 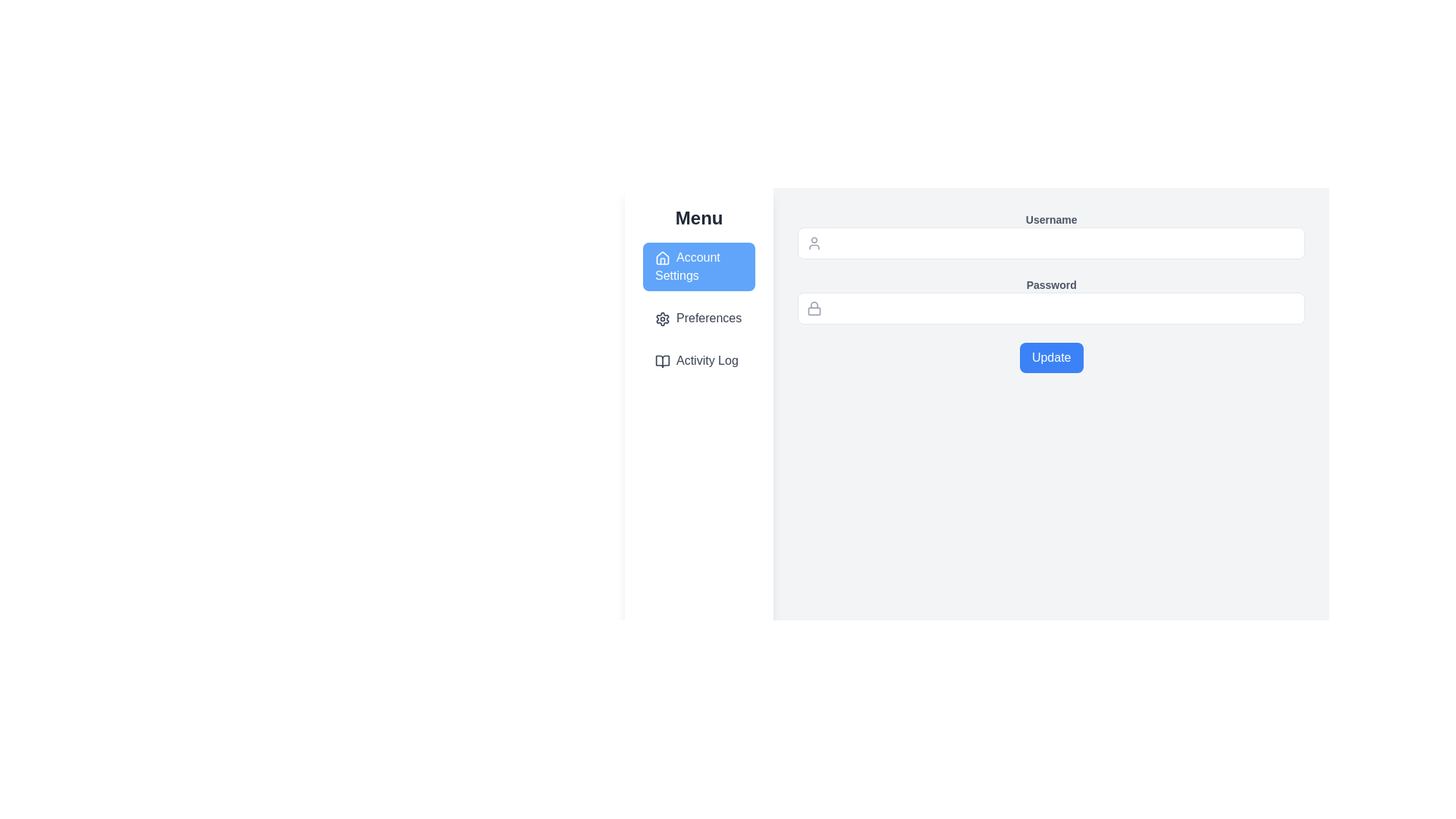 I want to click on the 'Preferences' item in the vertical navigation menu, so click(x=698, y=309).